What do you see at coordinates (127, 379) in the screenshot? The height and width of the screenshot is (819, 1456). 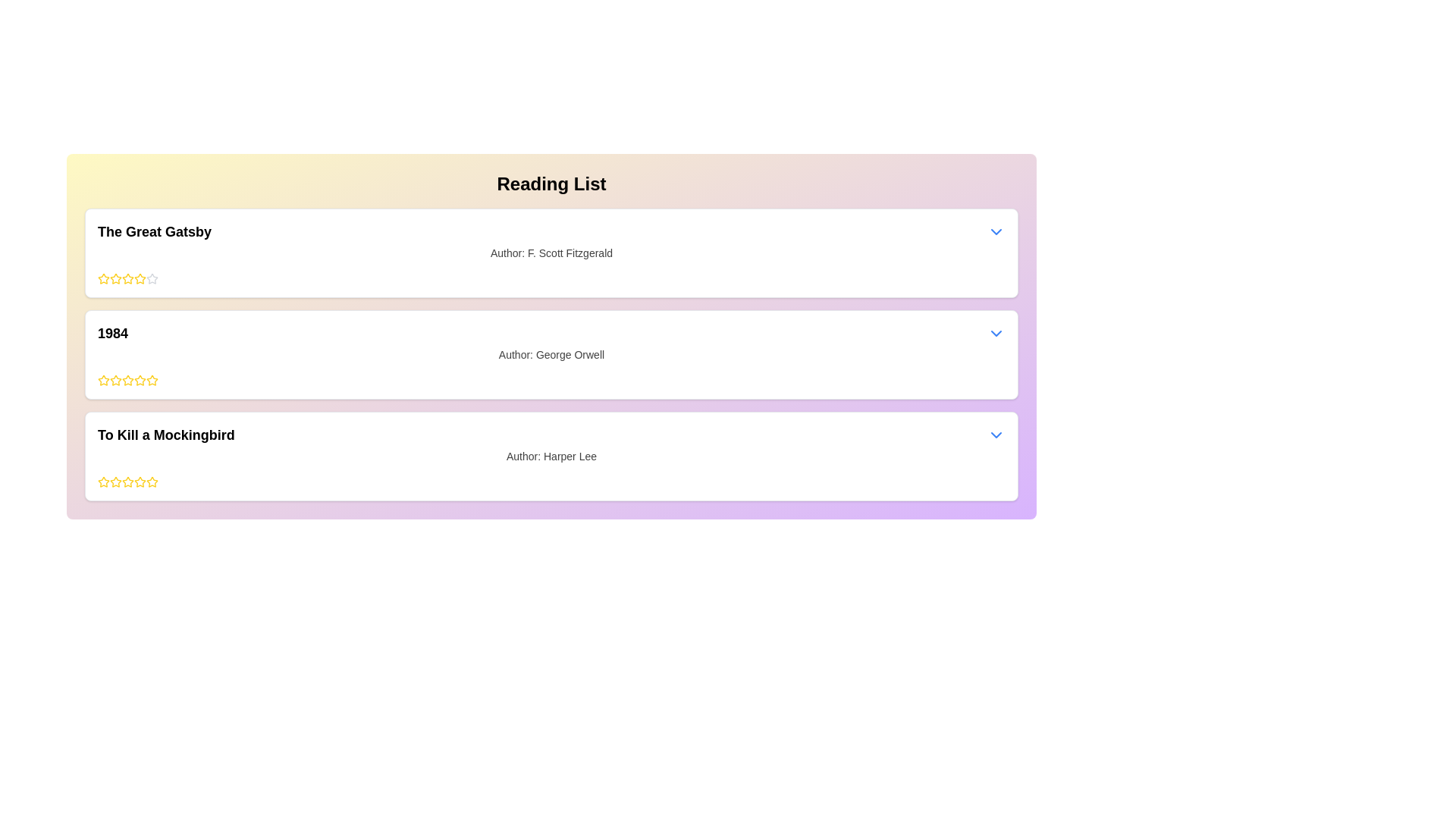 I see `the third rating star under the text '1984' in the 'Reading List' interface` at bounding box center [127, 379].